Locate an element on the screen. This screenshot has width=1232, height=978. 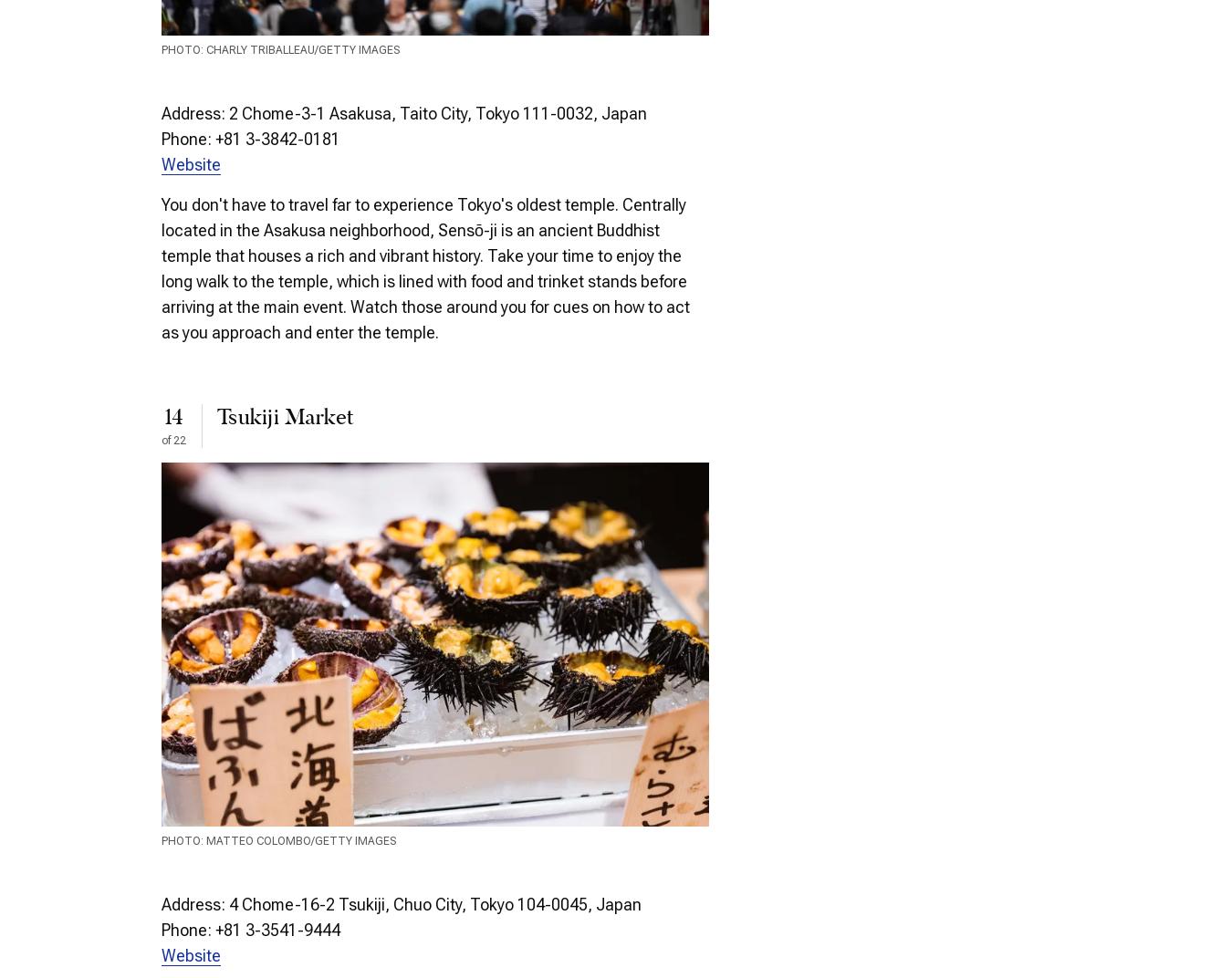
'Matteo Colombo/Getty Images' is located at coordinates (205, 841).